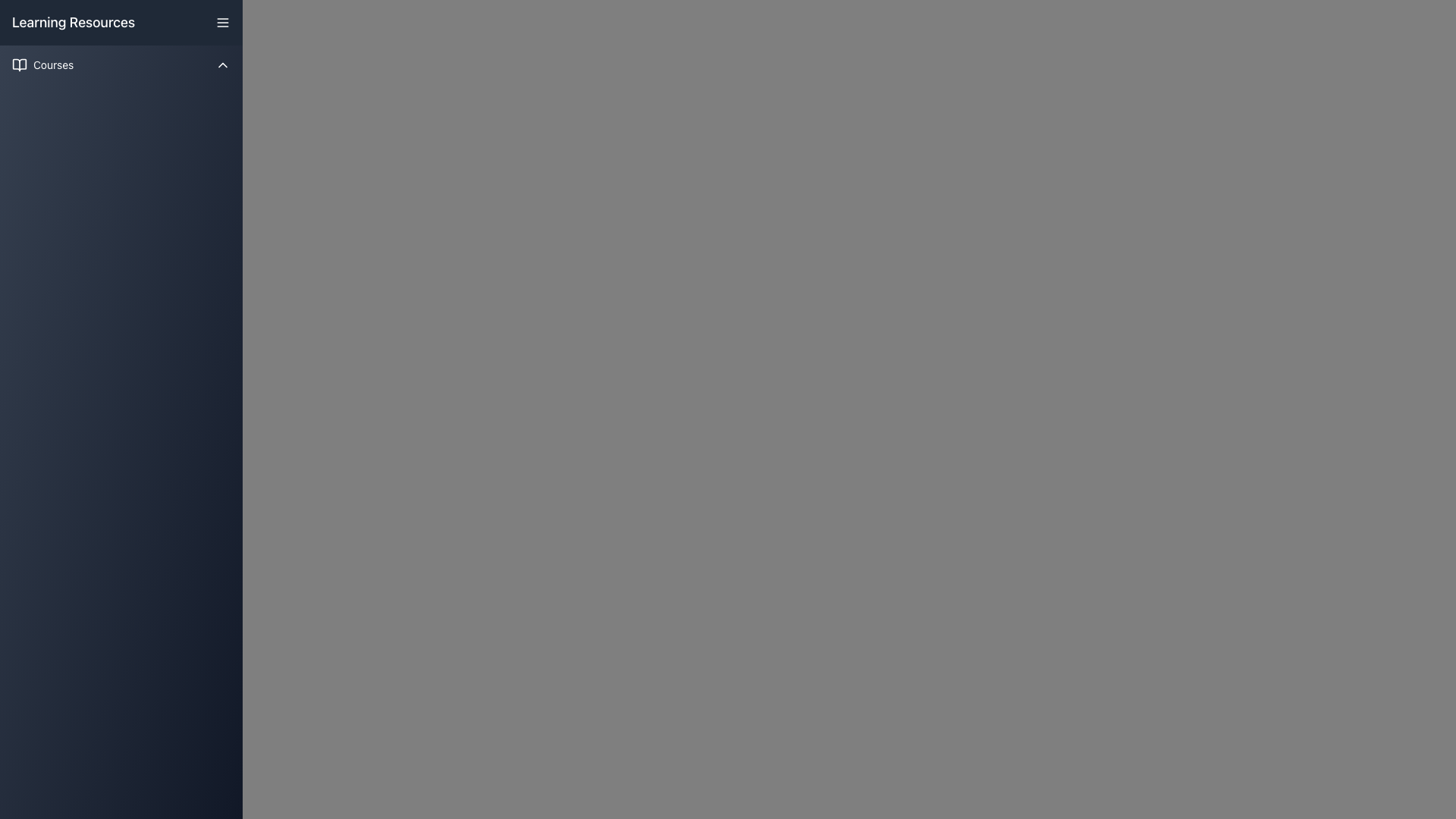  What do you see at coordinates (53, 64) in the screenshot?
I see `the 'Courses' static text label, which identifies the 'Courses' section in the left sidebar under 'Learning Resources'` at bounding box center [53, 64].